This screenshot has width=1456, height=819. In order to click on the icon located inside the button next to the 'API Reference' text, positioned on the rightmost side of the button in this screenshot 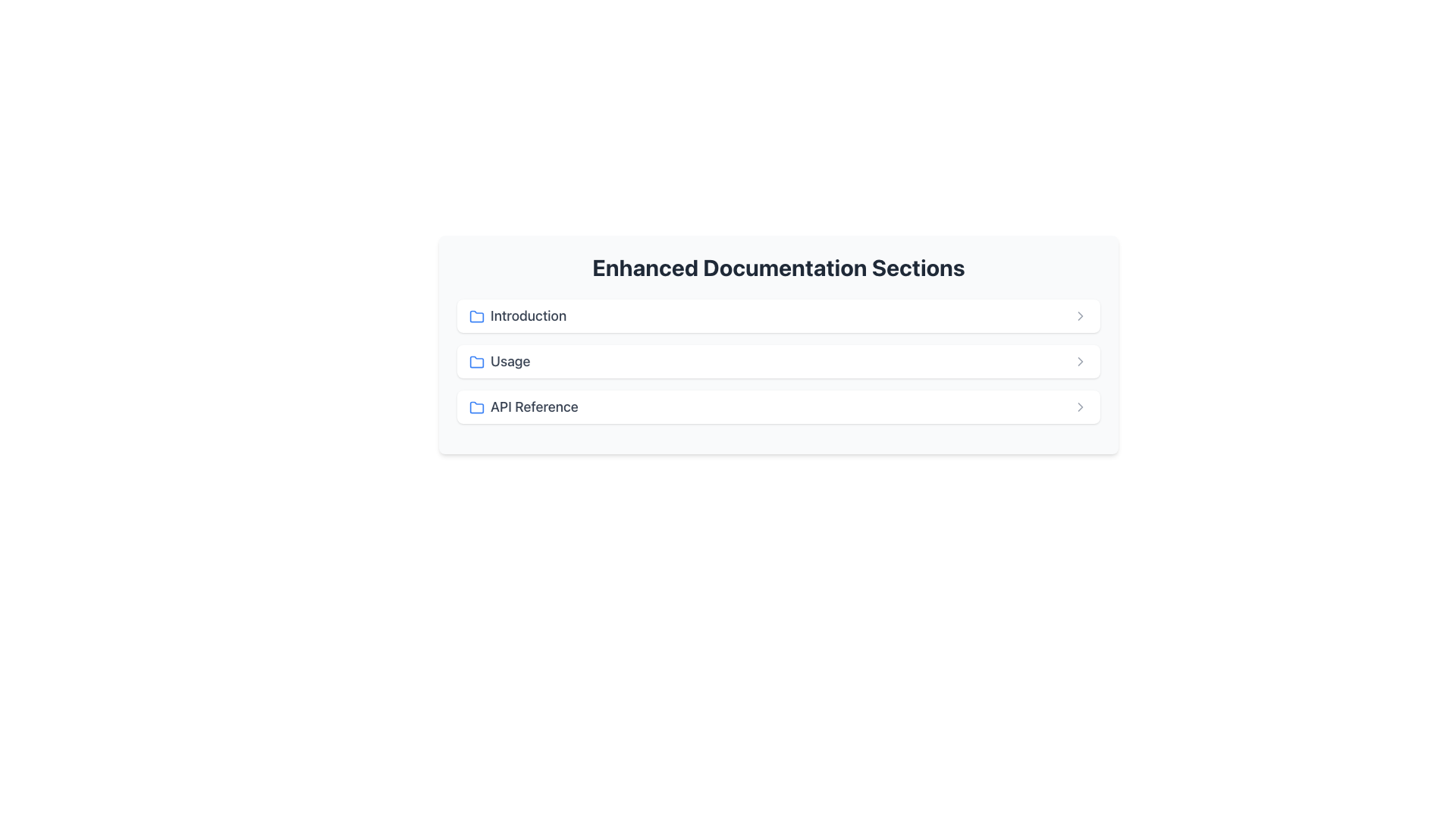, I will do `click(1080, 406)`.